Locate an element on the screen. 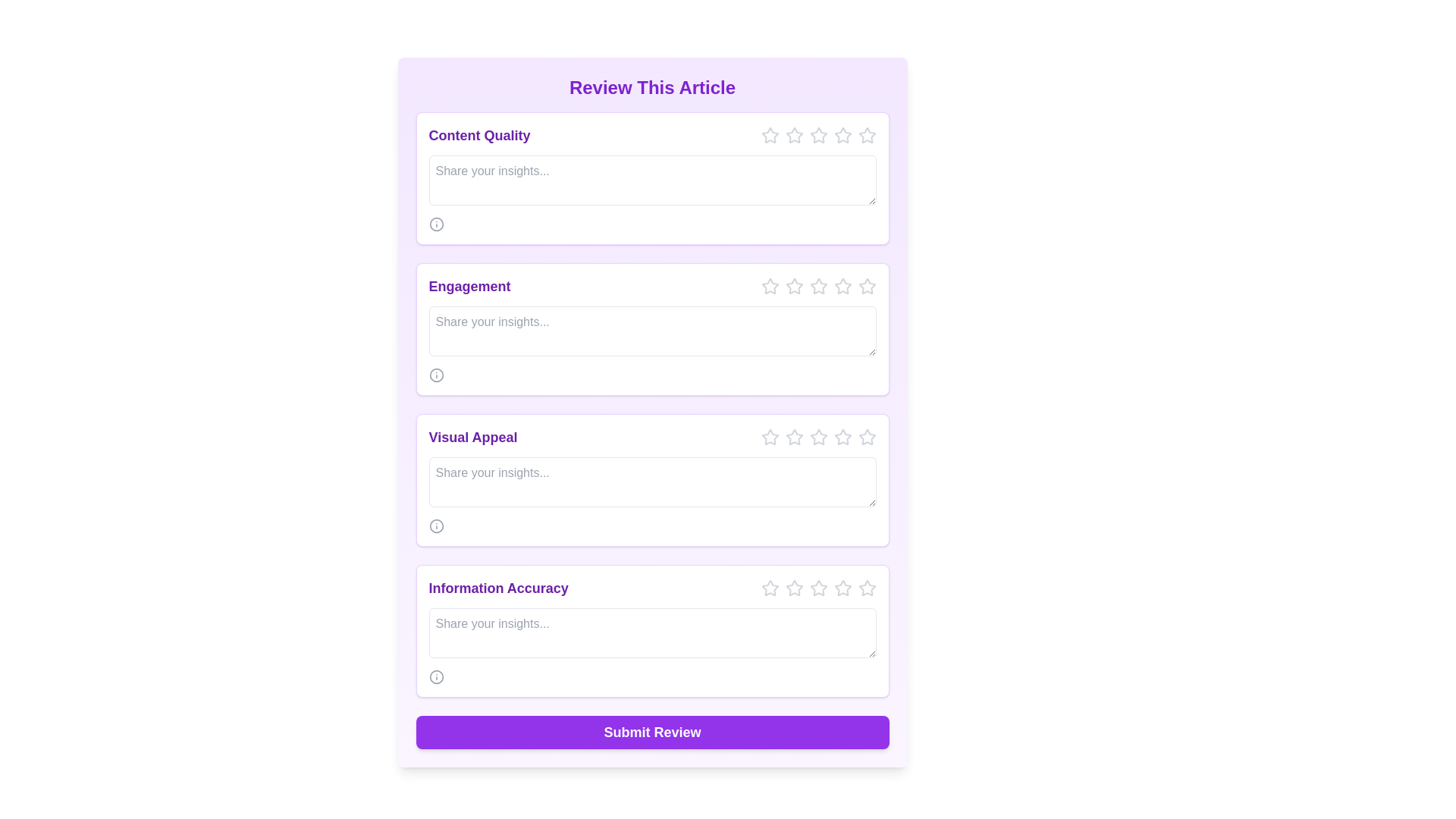  the small circular 'info' icon located in the bottom-right corner of the 'Information Accuracy' section to reveal the tooltip is located at coordinates (435, 676).